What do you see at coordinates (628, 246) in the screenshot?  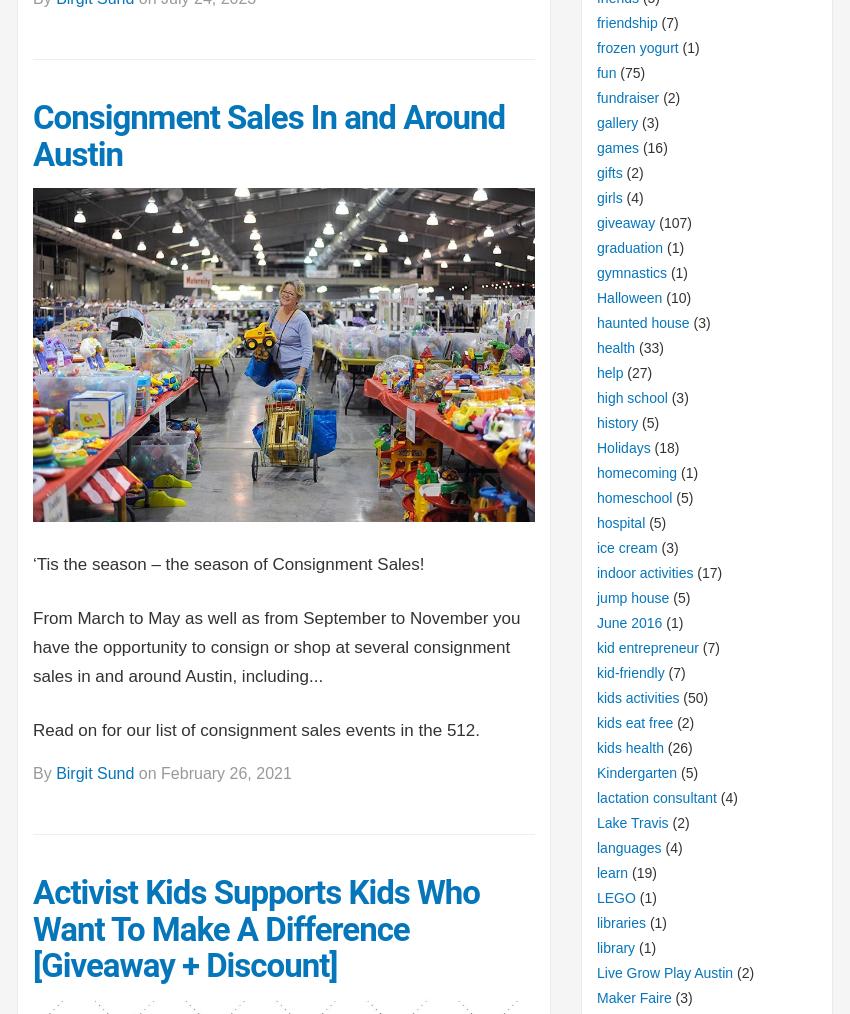 I see `'graduation'` at bounding box center [628, 246].